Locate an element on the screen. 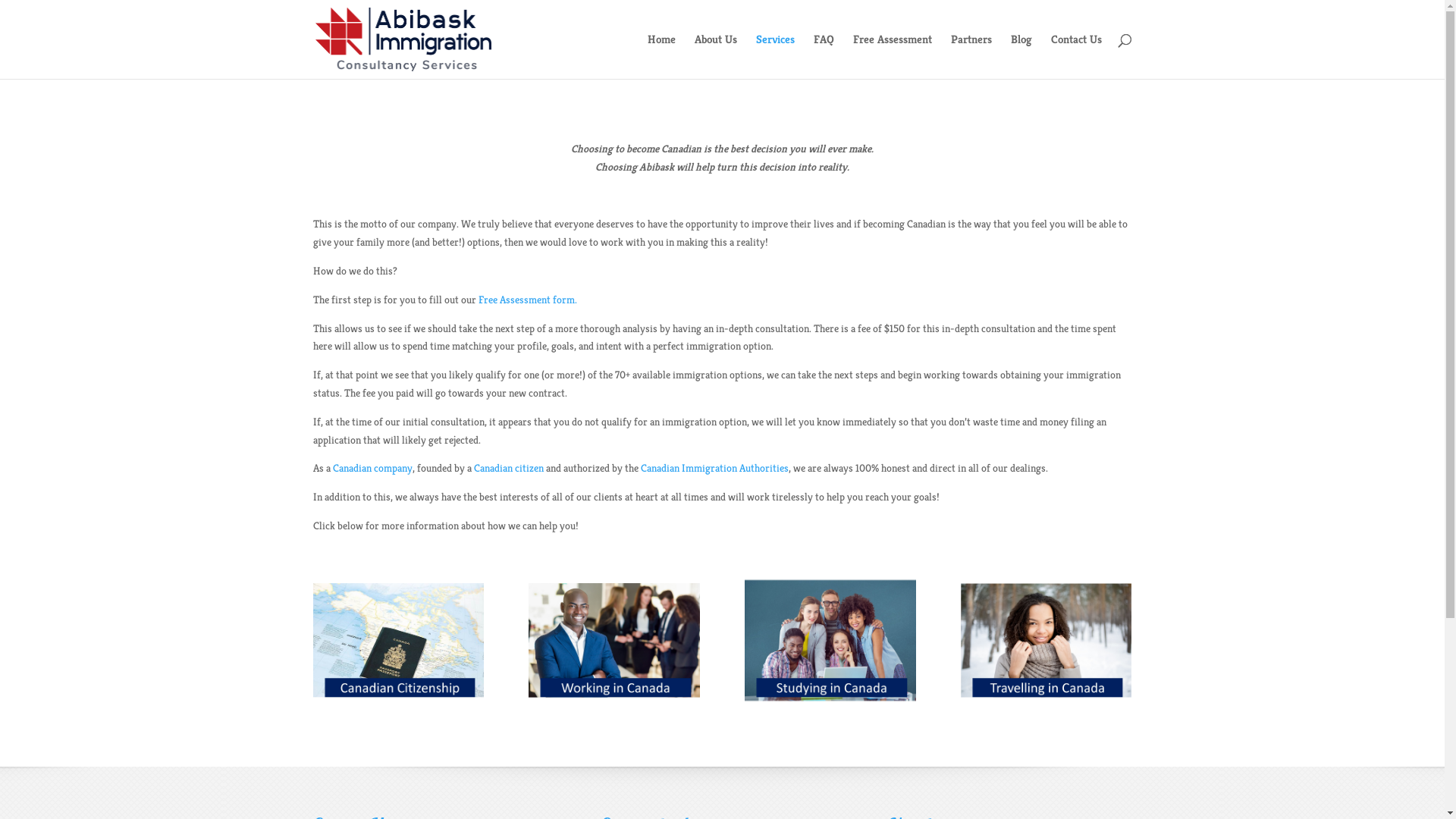 This screenshot has height=819, width=1456. 'Free Assessment' is located at coordinates (892, 55).